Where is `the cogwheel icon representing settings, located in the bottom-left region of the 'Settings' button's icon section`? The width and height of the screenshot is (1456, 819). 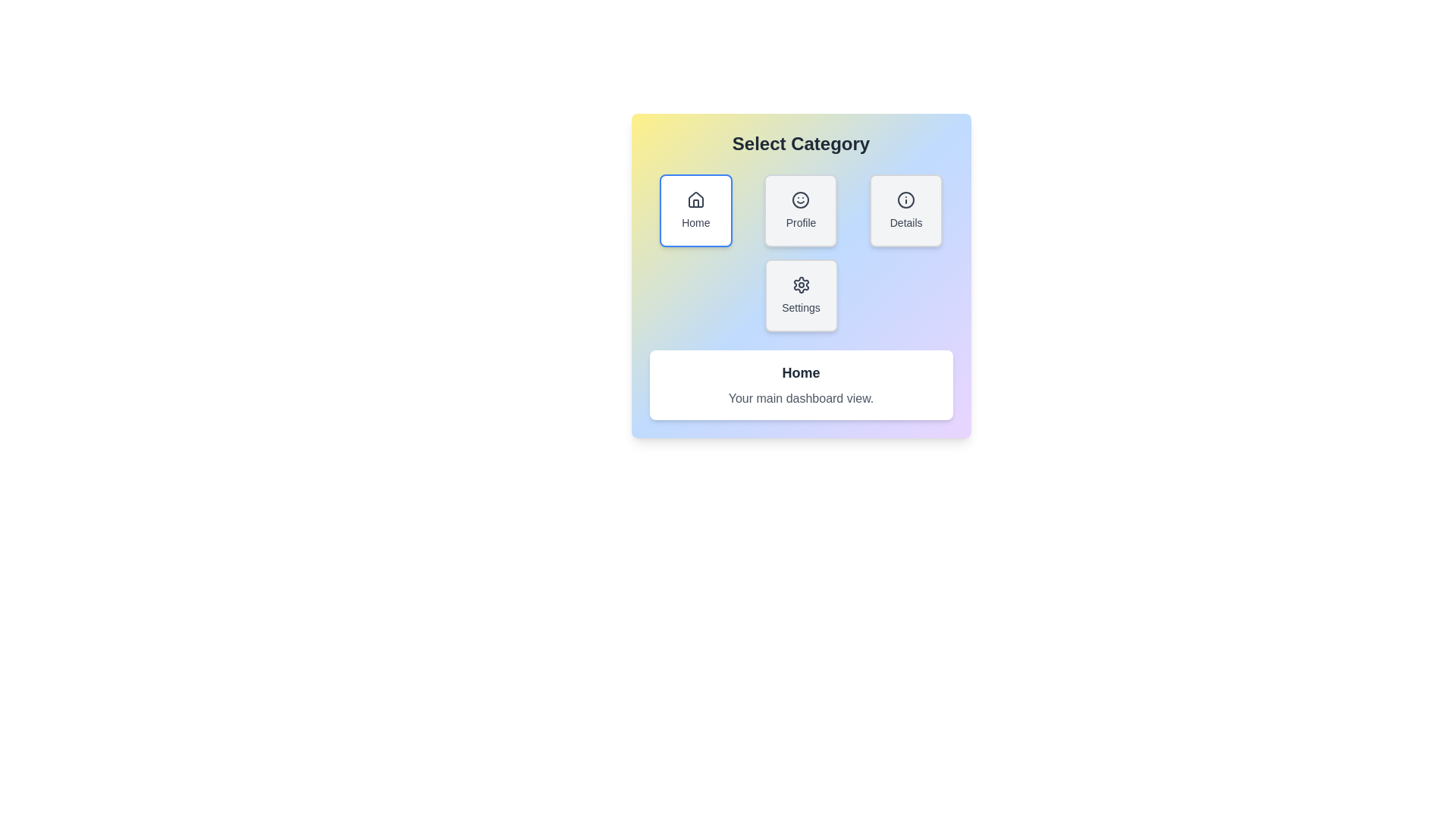
the cogwheel icon representing settings, located in the bottom-left region of the 'Settings' button's icon section is located at coordinates (800, 284).